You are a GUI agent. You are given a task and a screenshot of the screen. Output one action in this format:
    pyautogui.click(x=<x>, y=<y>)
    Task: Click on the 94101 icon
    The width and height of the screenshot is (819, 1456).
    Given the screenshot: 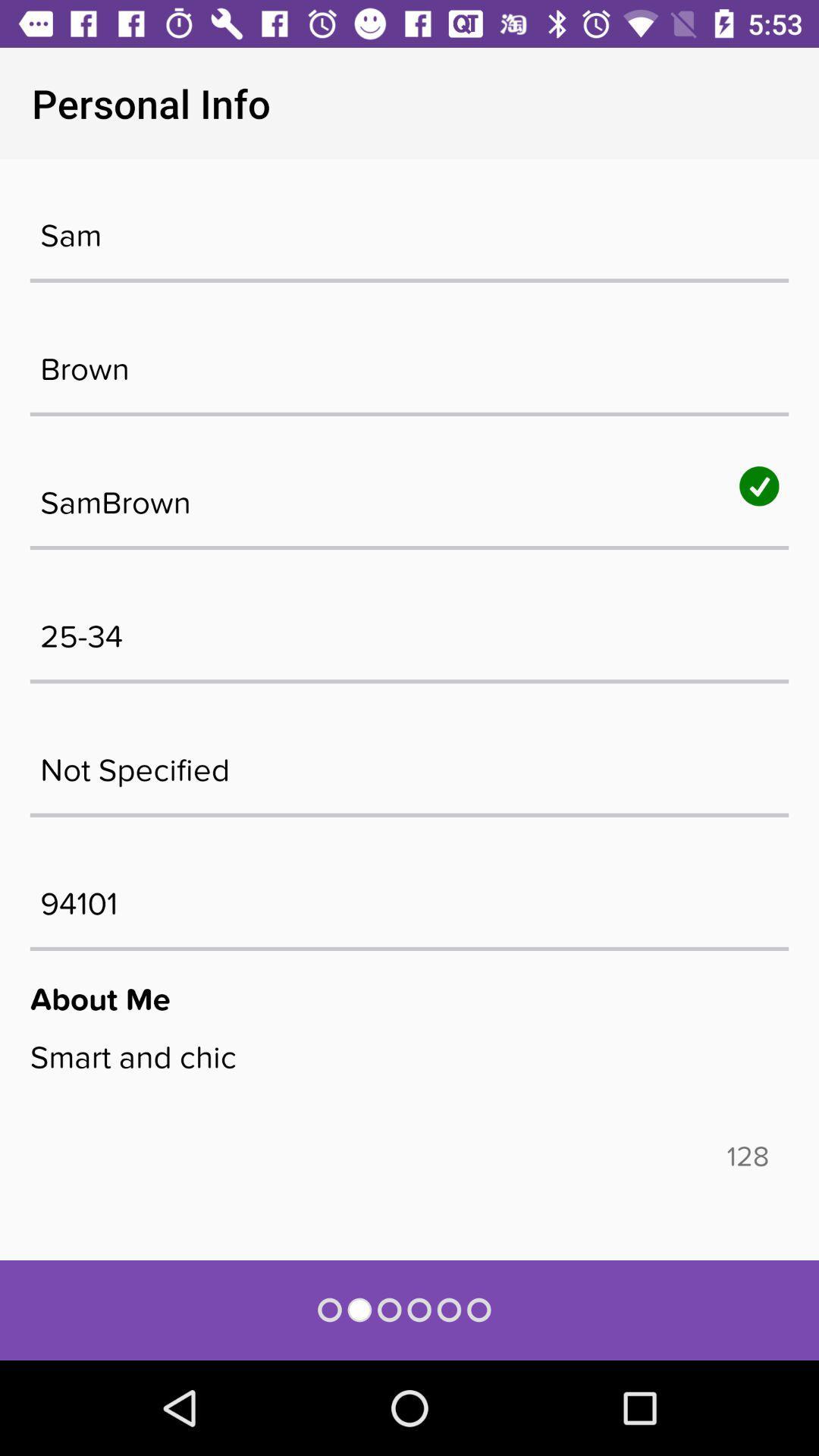 What is the action you would take?
    pyautogui.click(x=409, y=896)
    